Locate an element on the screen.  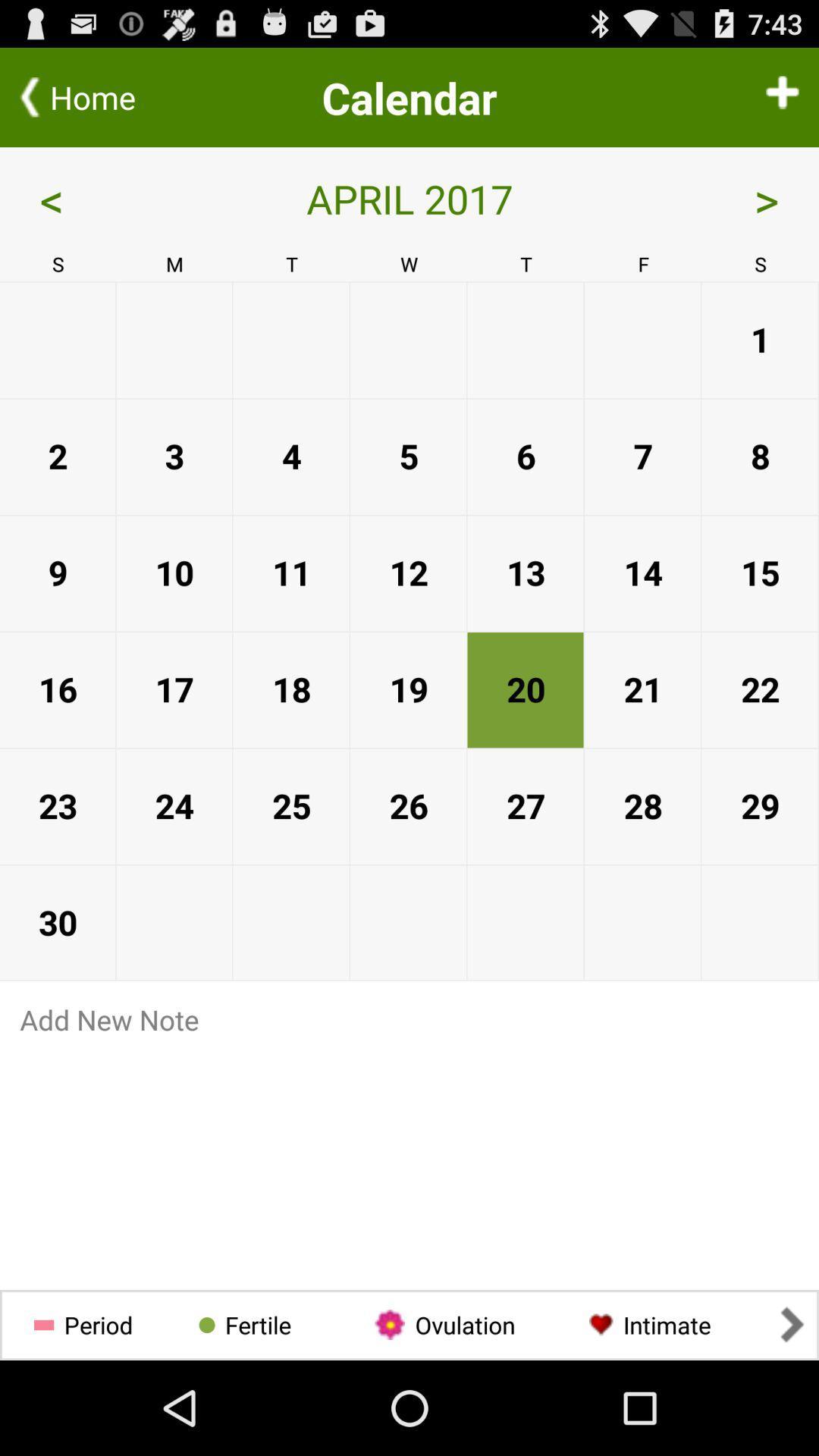
an event is located at coordinates (783, 96).